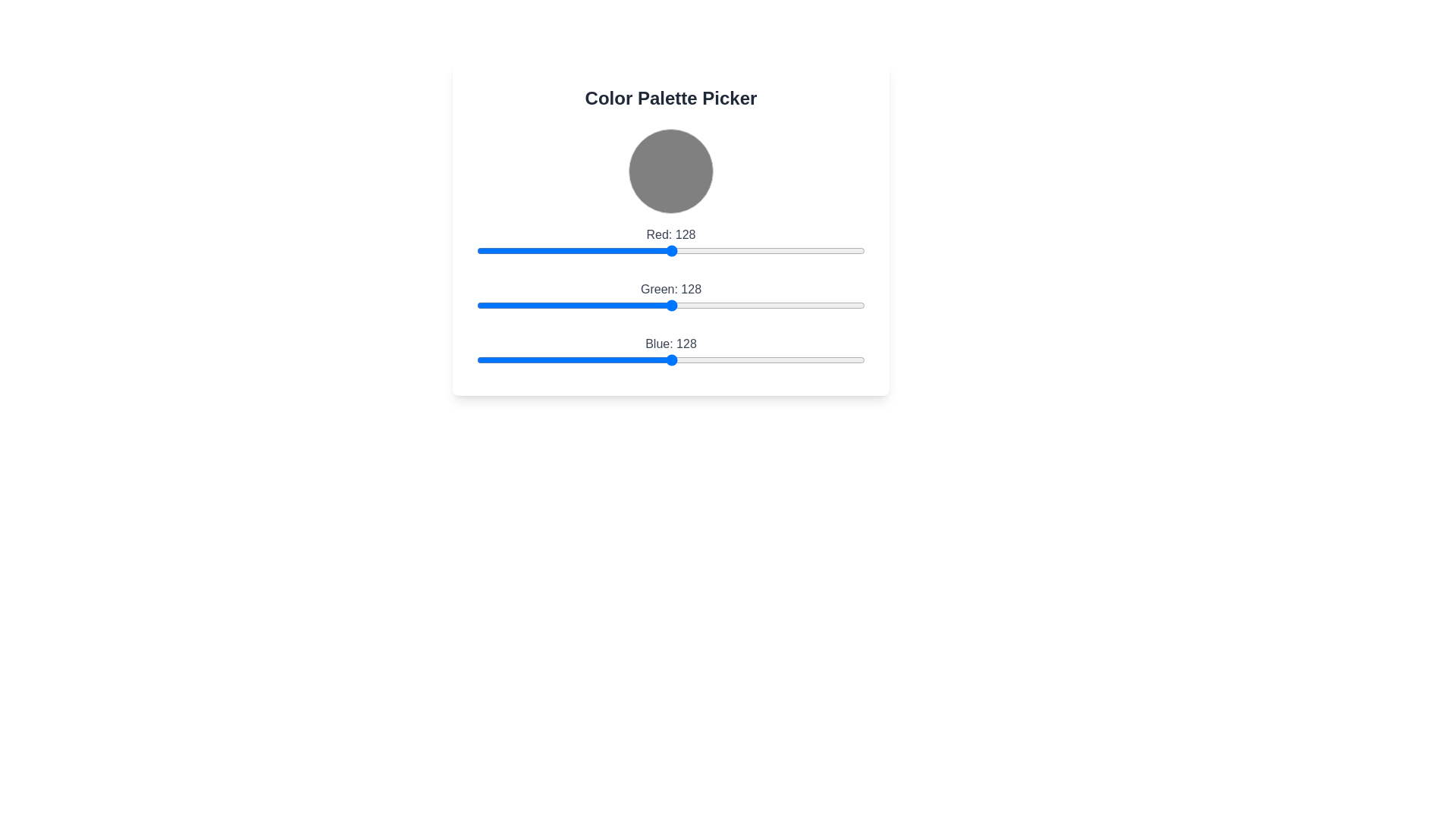 The image size is (1456, 819). I want to click on the red color component, so click(667, 250).